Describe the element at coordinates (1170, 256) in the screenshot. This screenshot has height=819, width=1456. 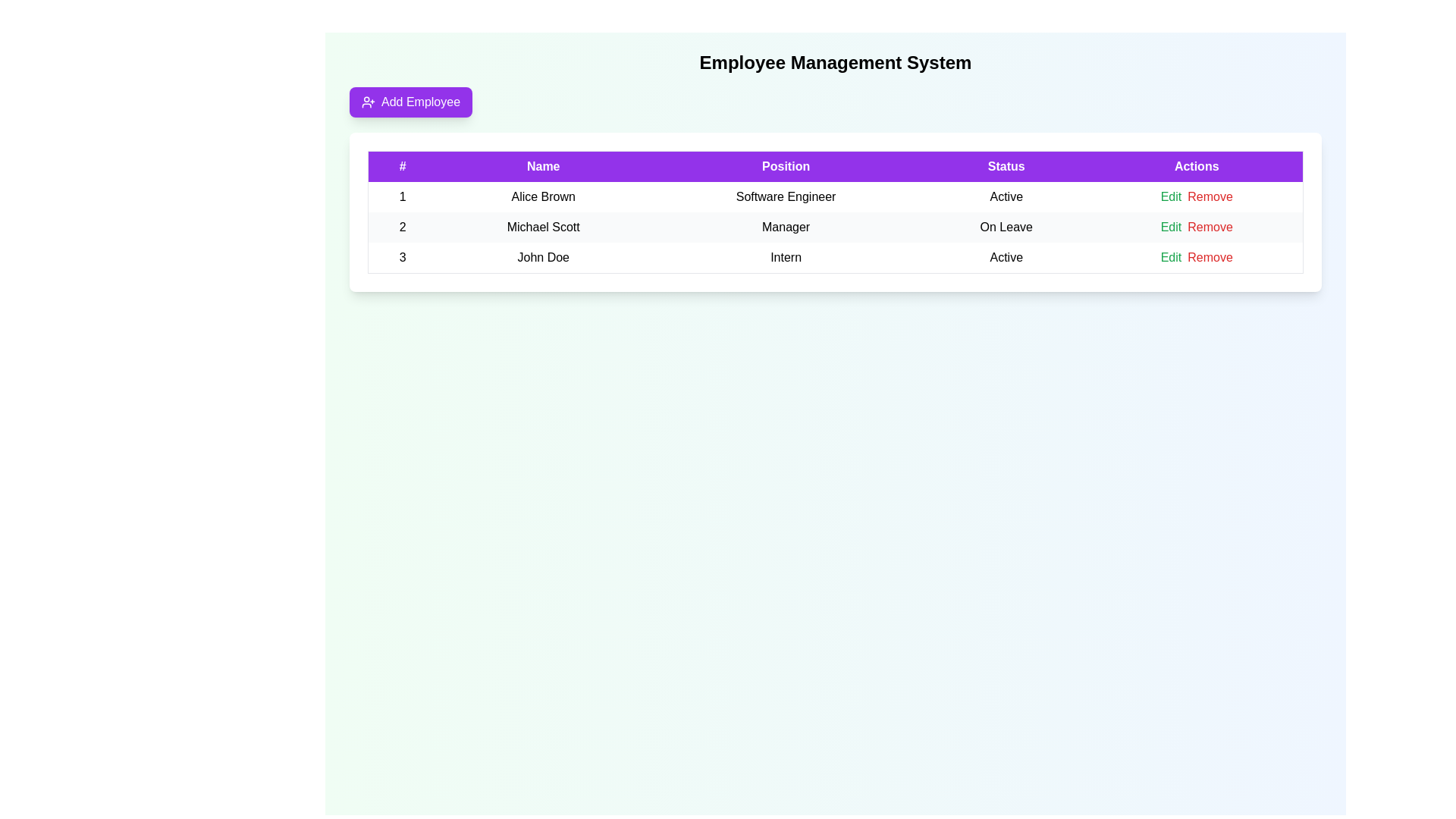
I see `the green text link labeled 'Edit' located in the 'Actions' column of the table` at that location.